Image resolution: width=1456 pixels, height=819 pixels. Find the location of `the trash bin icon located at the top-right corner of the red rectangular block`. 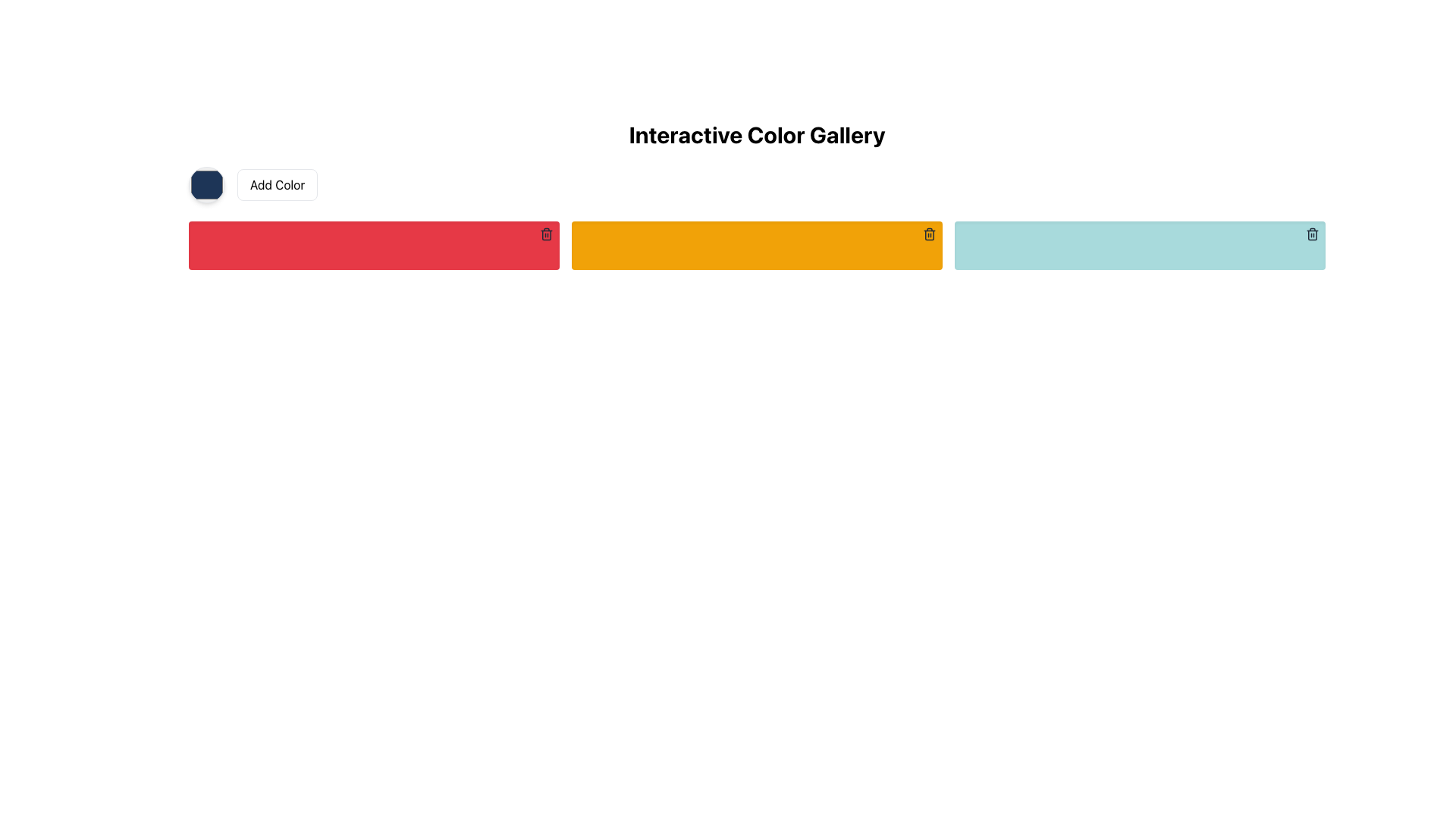

the trash bin icon located at the top-right corner of the red rectangular block is located at coordinates (546, 234).